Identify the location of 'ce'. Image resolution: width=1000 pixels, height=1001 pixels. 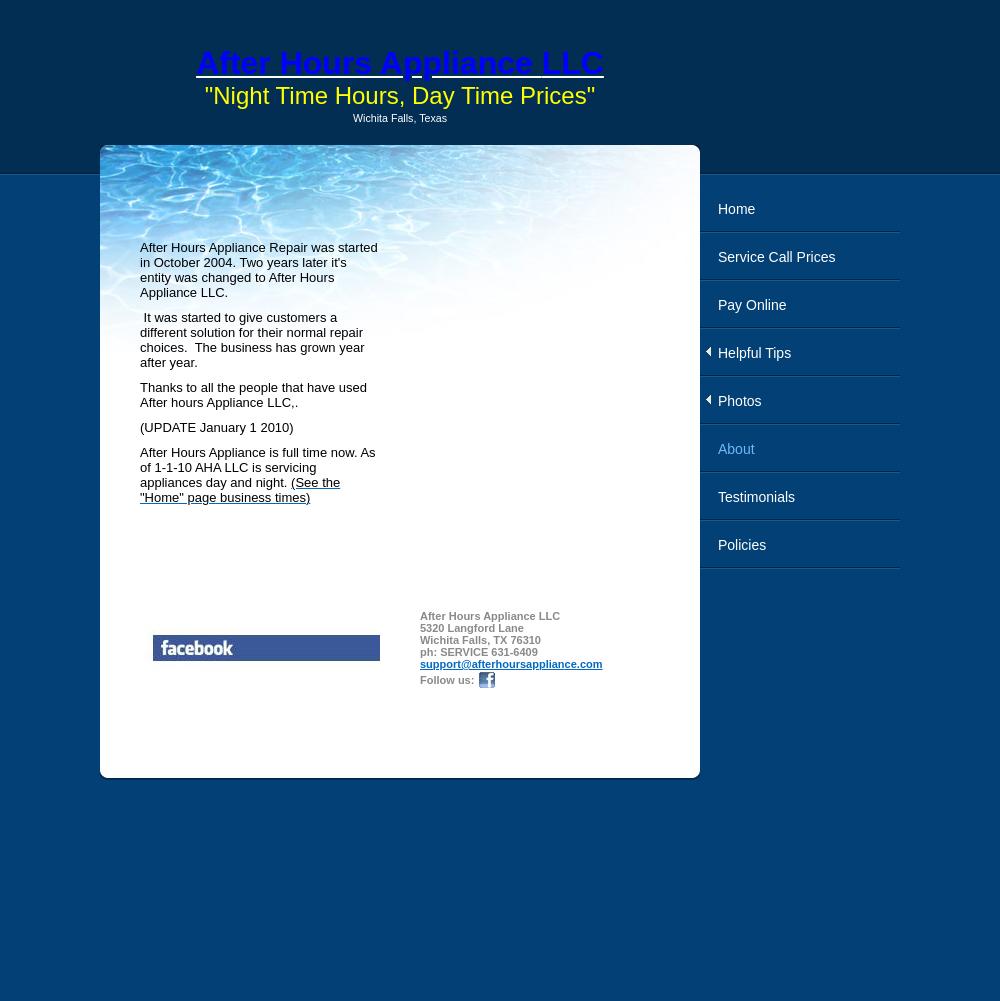
(563, 662).